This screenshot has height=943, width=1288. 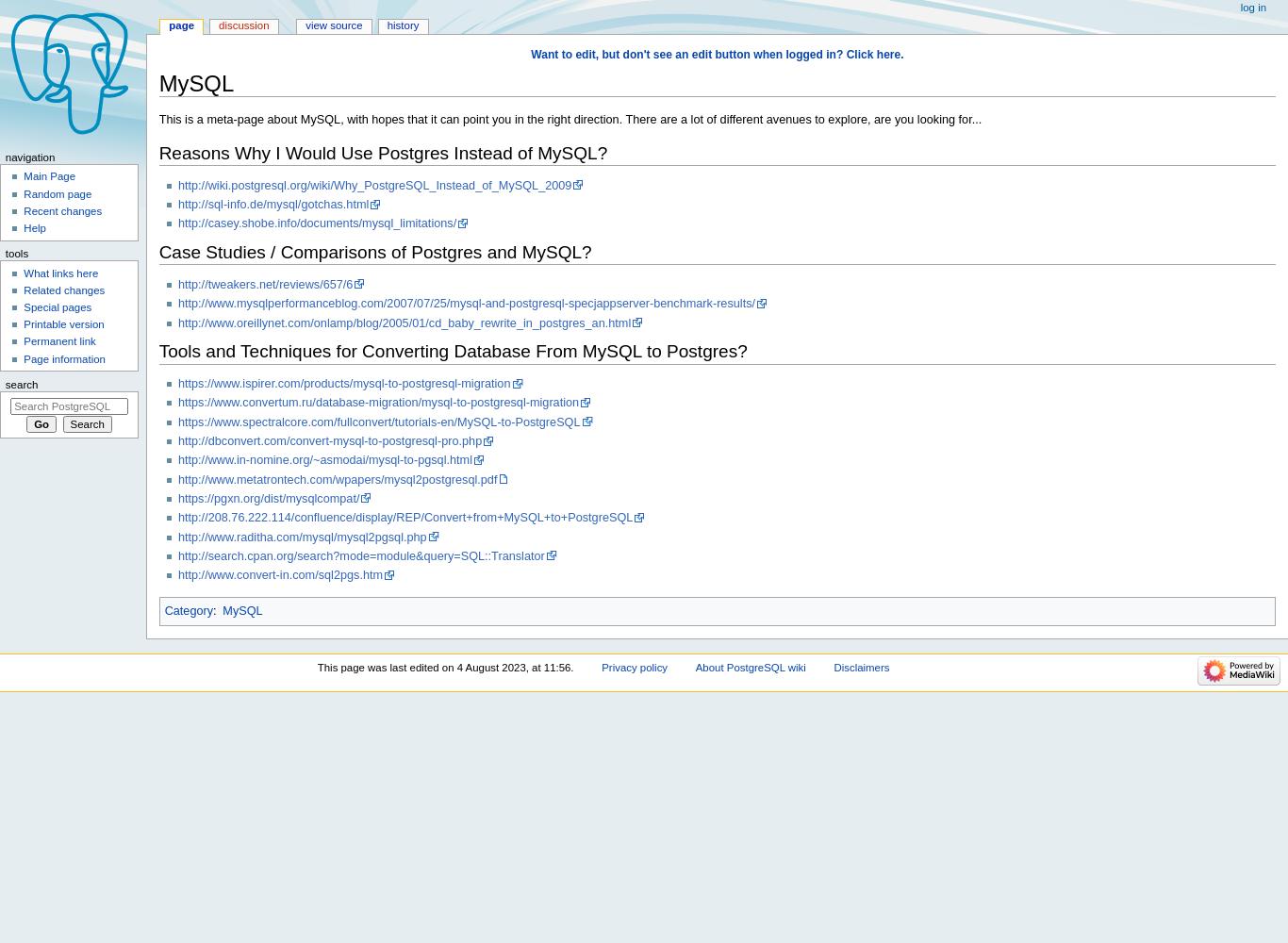 I want to click on 'Category', so click(x=187, y=610).